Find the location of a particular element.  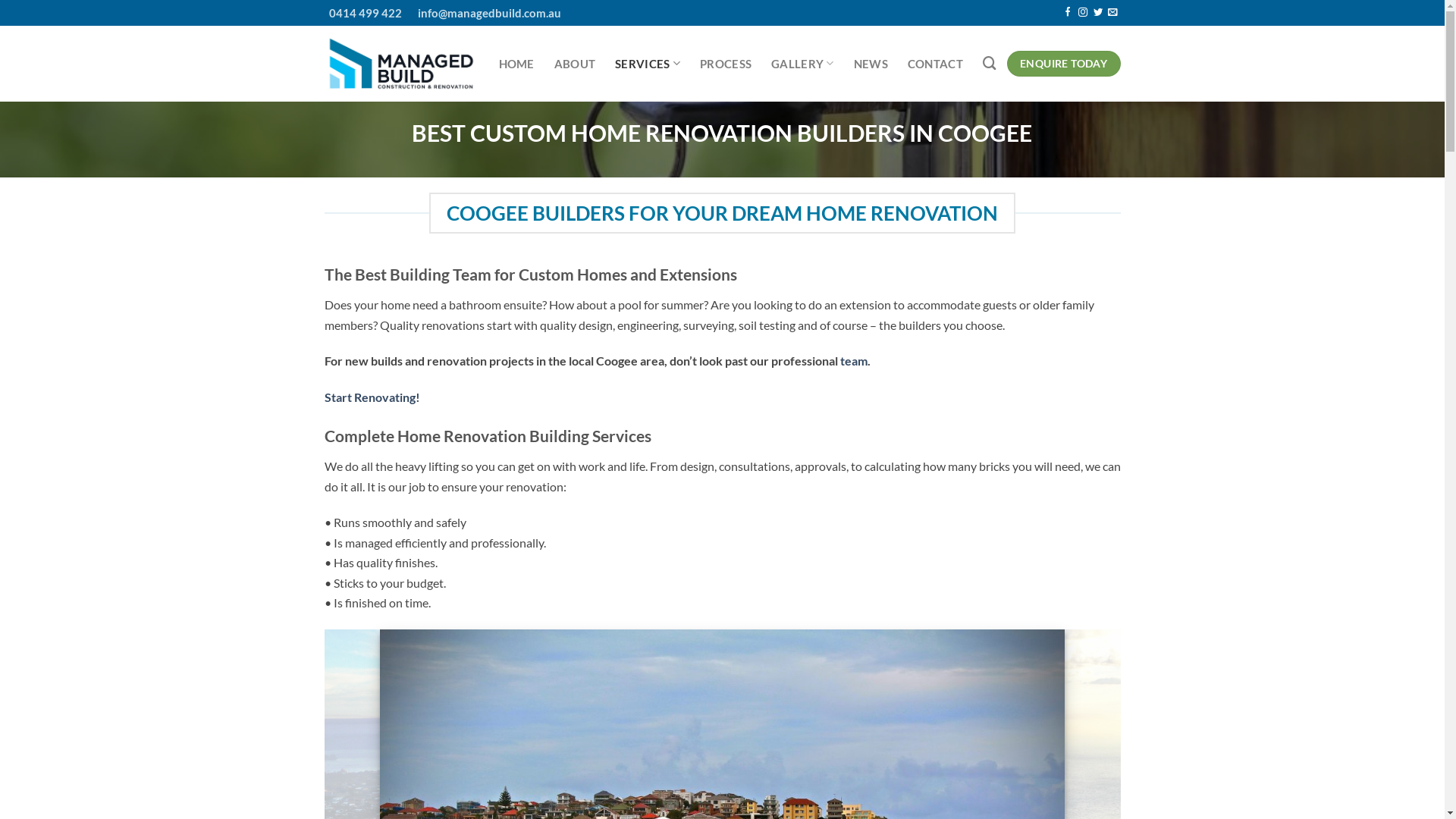

'Start Renovating!' is located at coordinates (372, 397).